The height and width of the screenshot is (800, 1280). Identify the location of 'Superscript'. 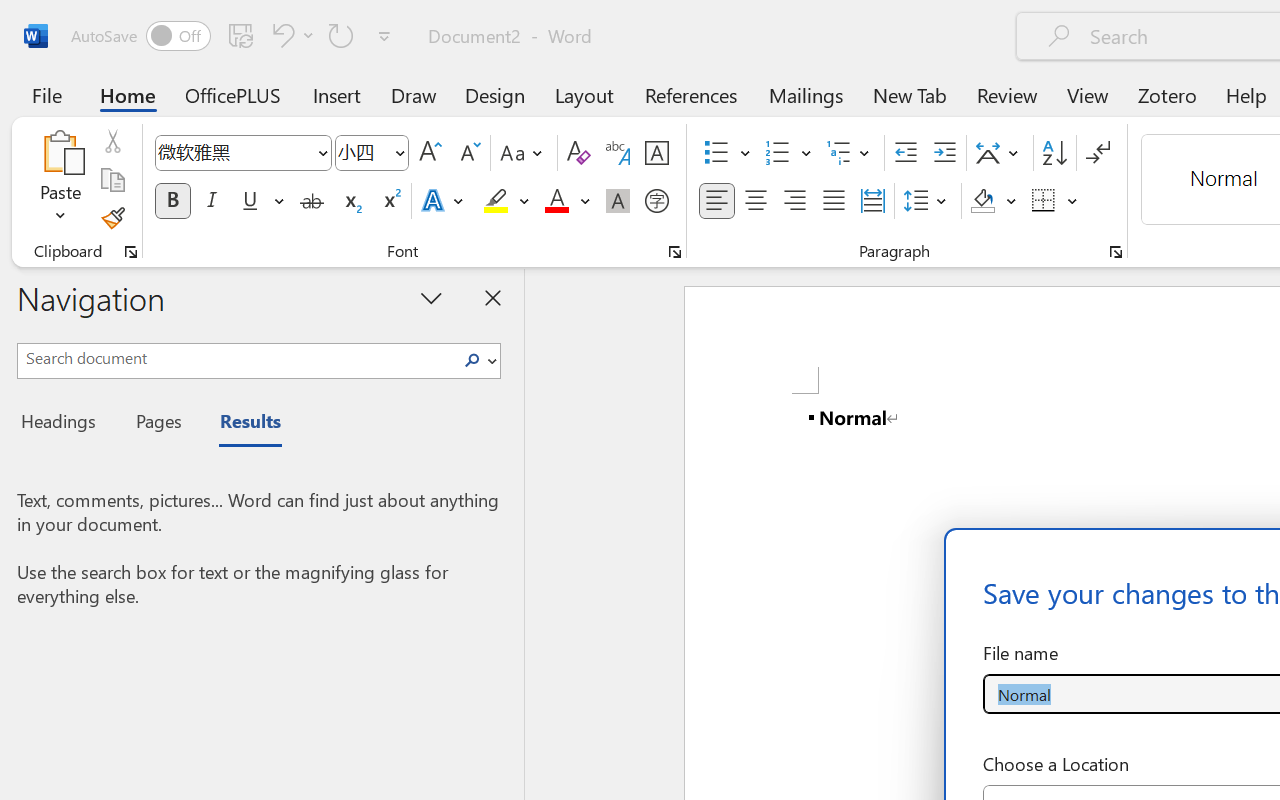
(390, 201).